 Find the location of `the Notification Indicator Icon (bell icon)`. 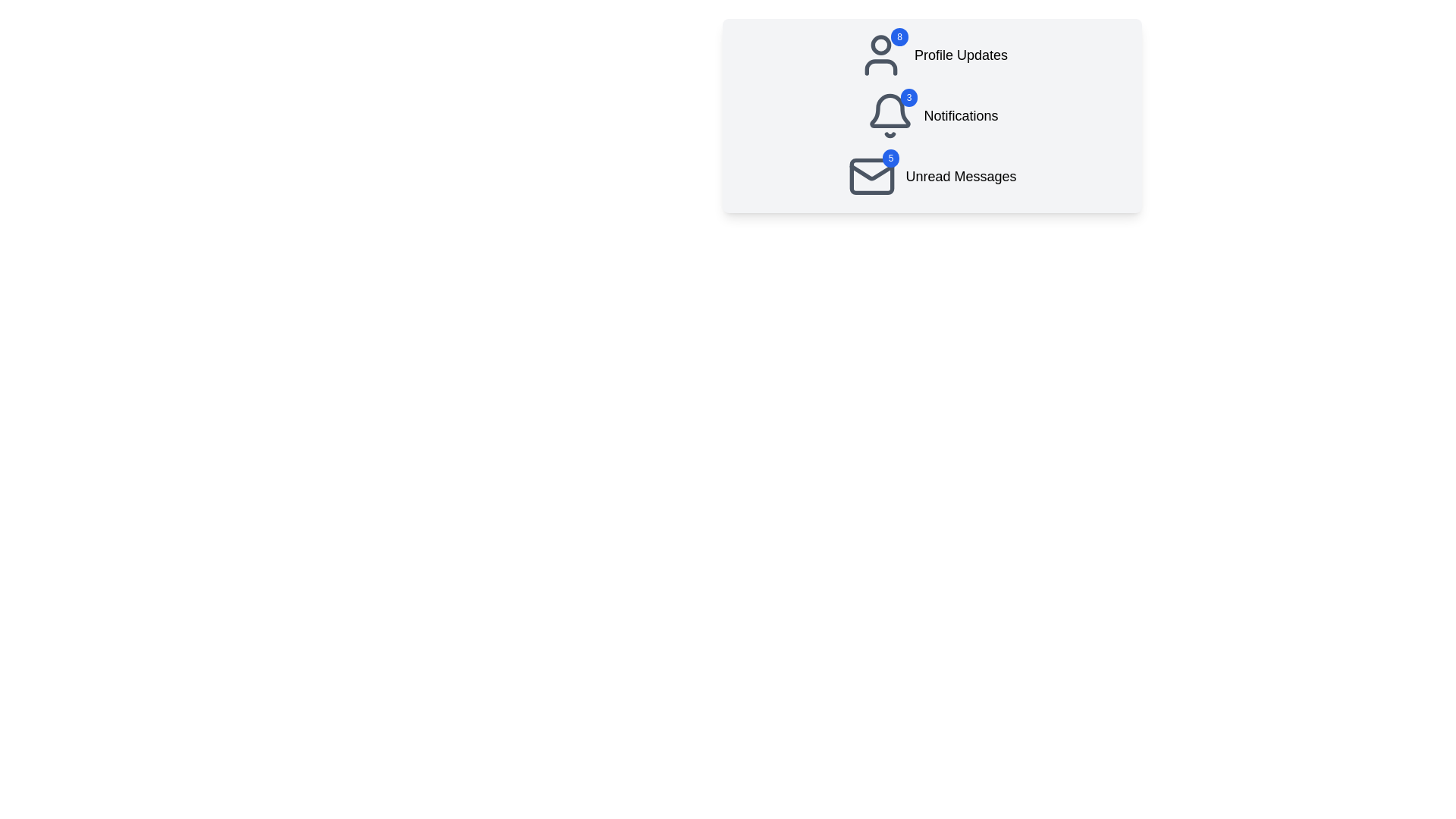

the Notification Indicator Icon (bell icon) is located at coordinates (890, 115).